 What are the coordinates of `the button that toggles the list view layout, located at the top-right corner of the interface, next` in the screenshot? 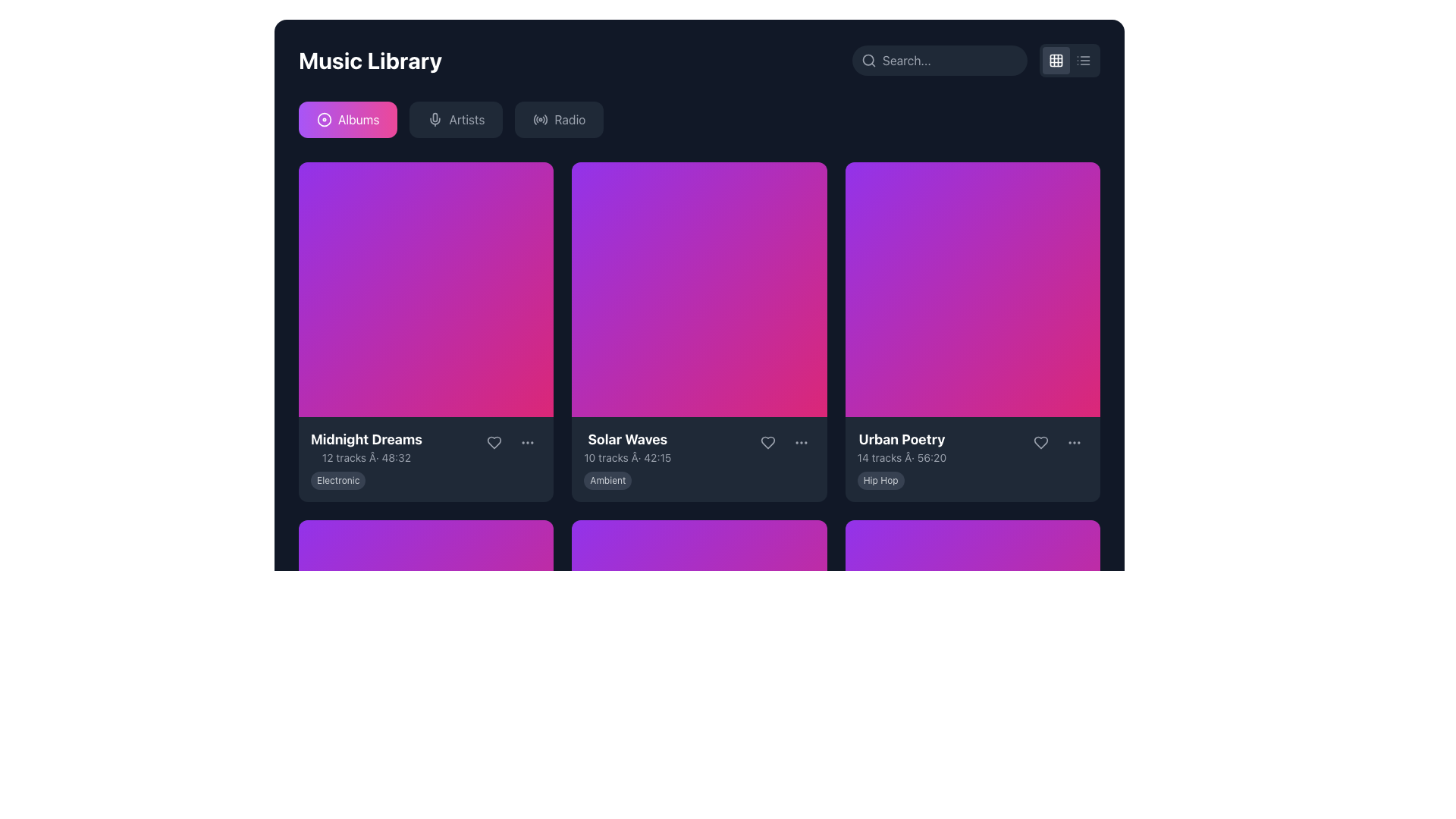 It's located at (1083, 60).